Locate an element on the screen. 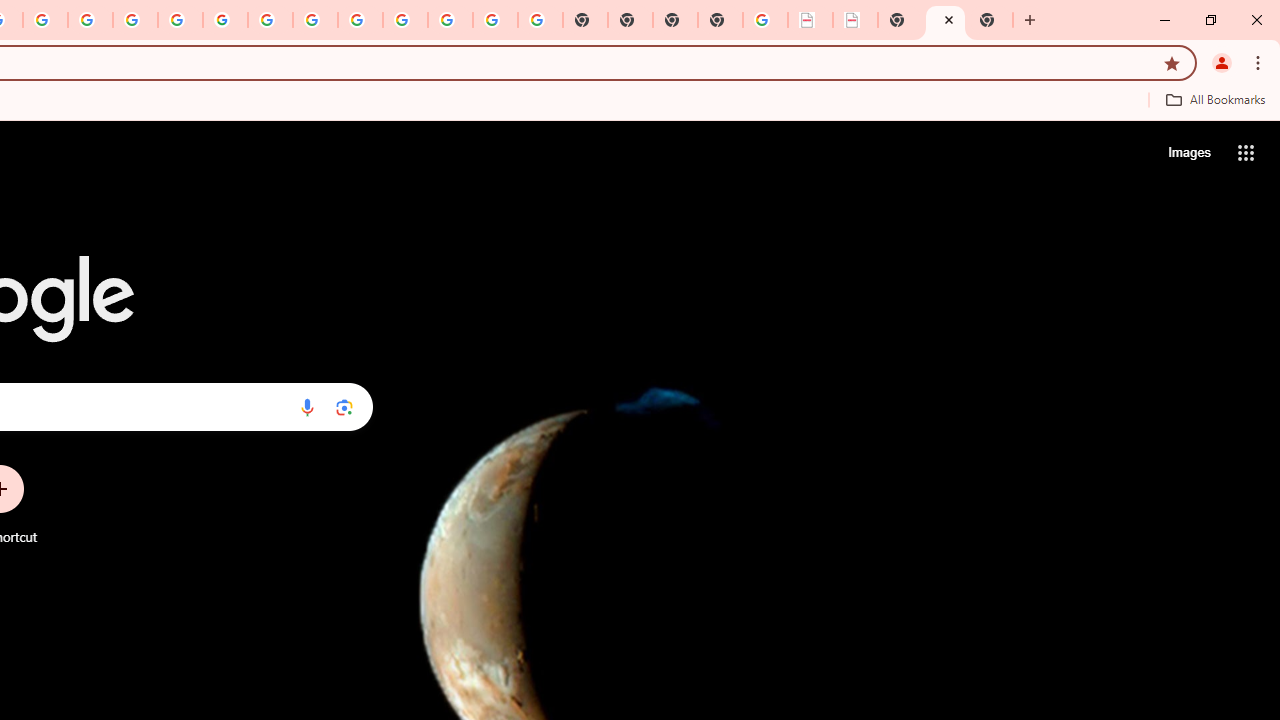 This screenshot has width=1280, height=720. 'Search by image' is located at coordinates (344, 406).